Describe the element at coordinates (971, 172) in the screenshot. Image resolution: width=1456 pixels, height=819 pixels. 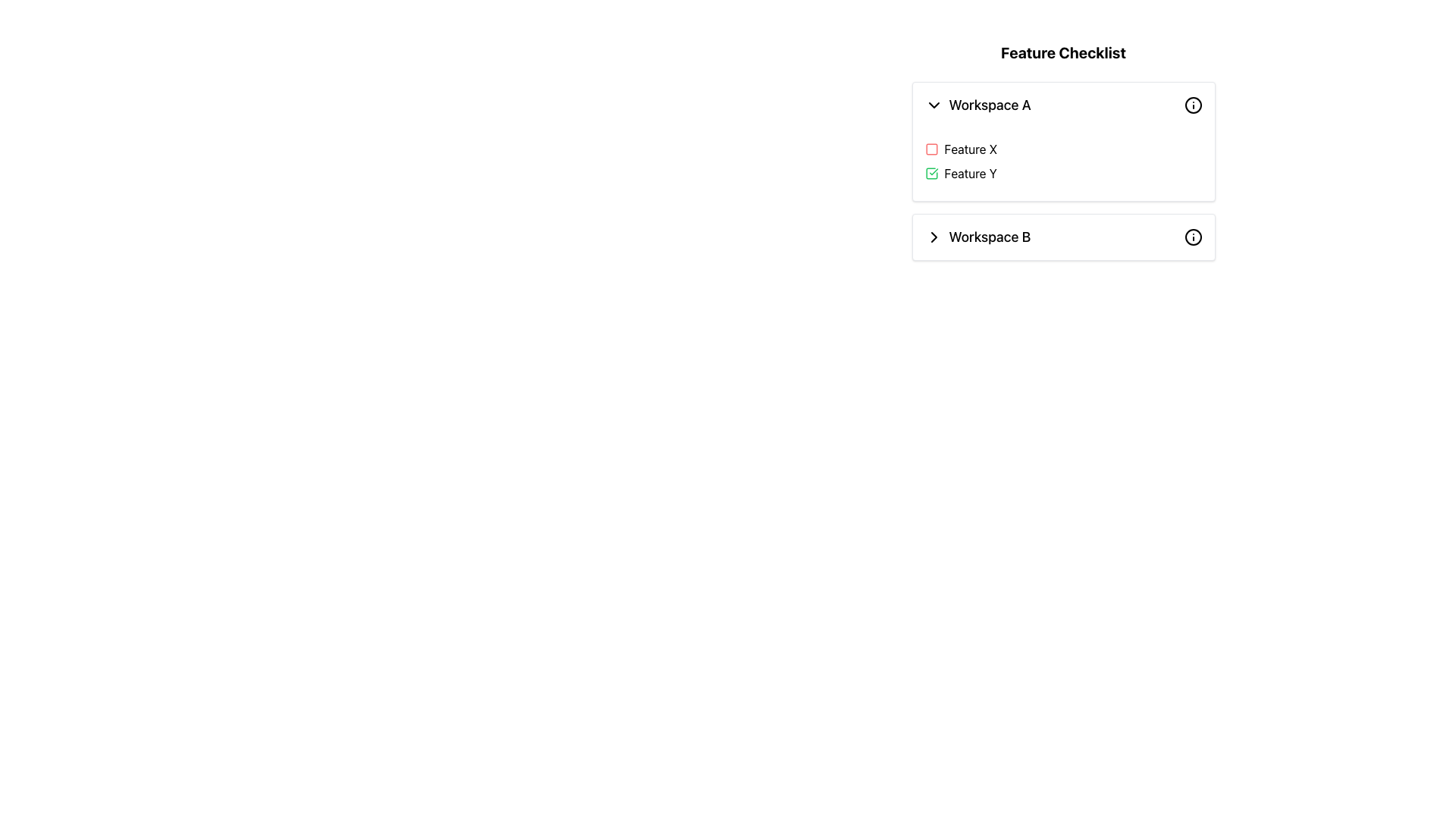
I see `the 'Feature Y' text label, which is styled in a simple black font and located next to a green checkmark icon in the 'Feature Checklist' panel under 'Workspace A'` at that location.